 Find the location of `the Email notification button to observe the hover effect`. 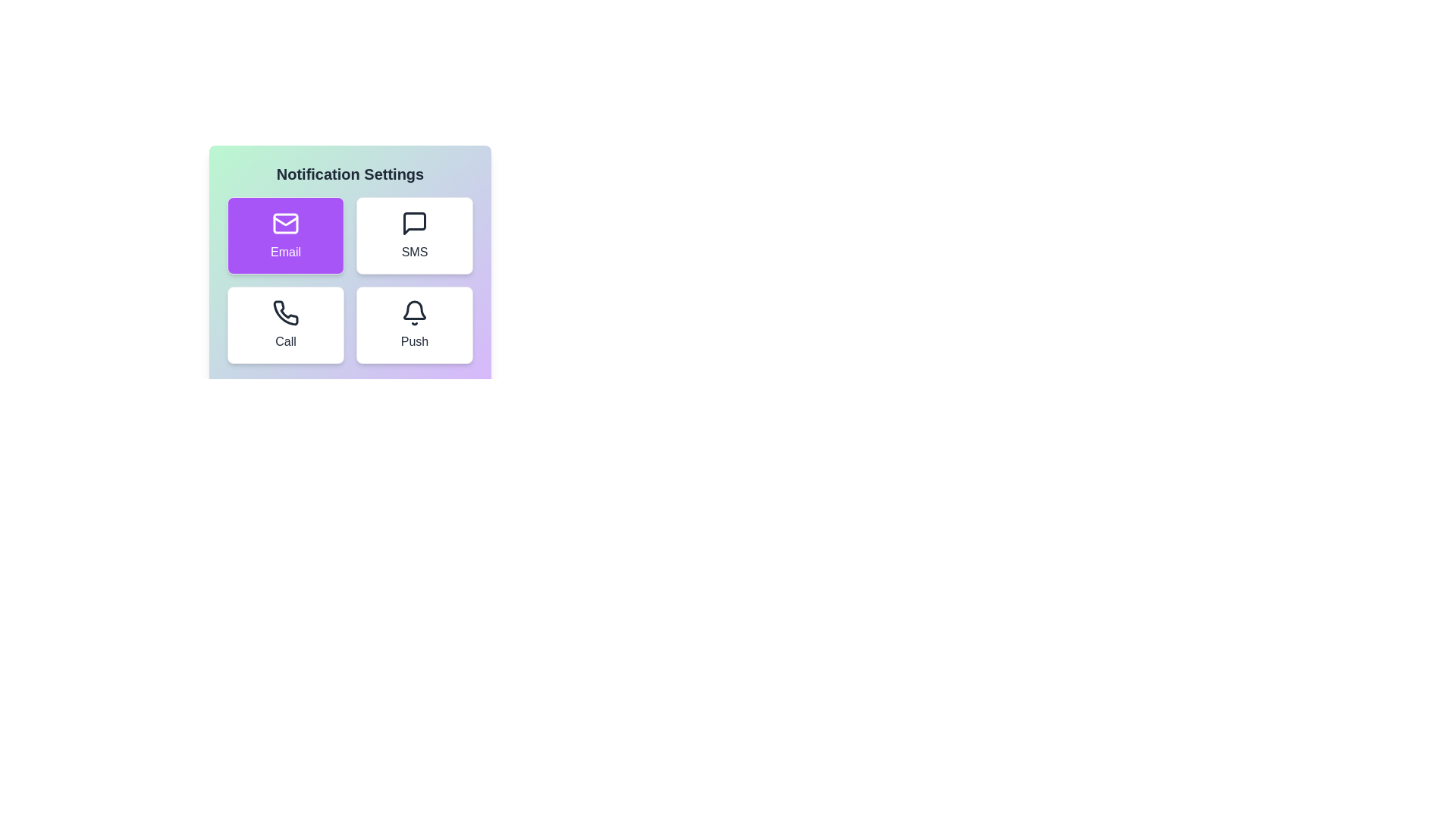

the Email notification button to observe the hover effect is located at coordinates (286, 236).